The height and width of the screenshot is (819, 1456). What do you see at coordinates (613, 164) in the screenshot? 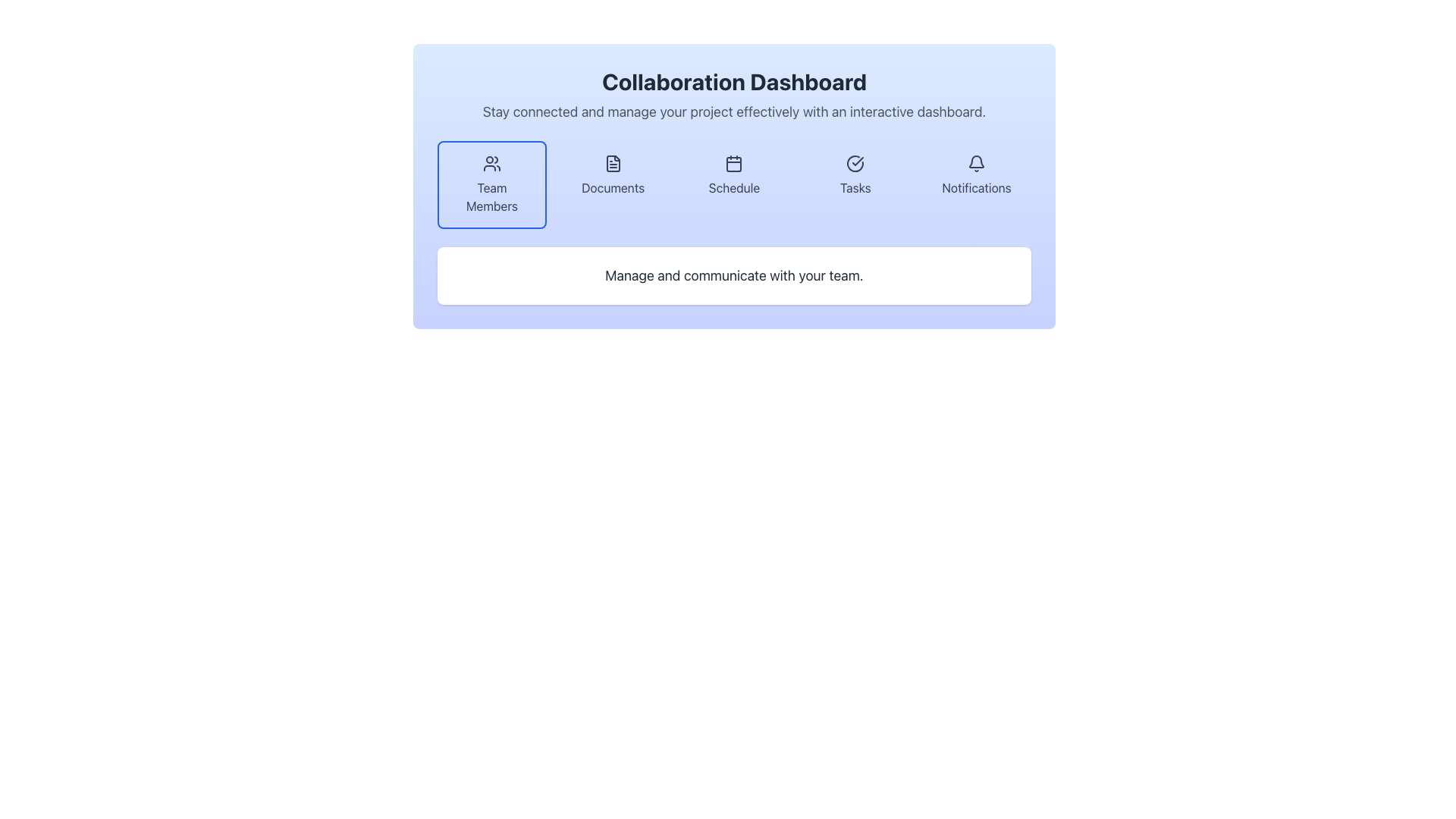
I see `the 'Documents' icon located in the top navigation section` at bounding box center [613, 164].